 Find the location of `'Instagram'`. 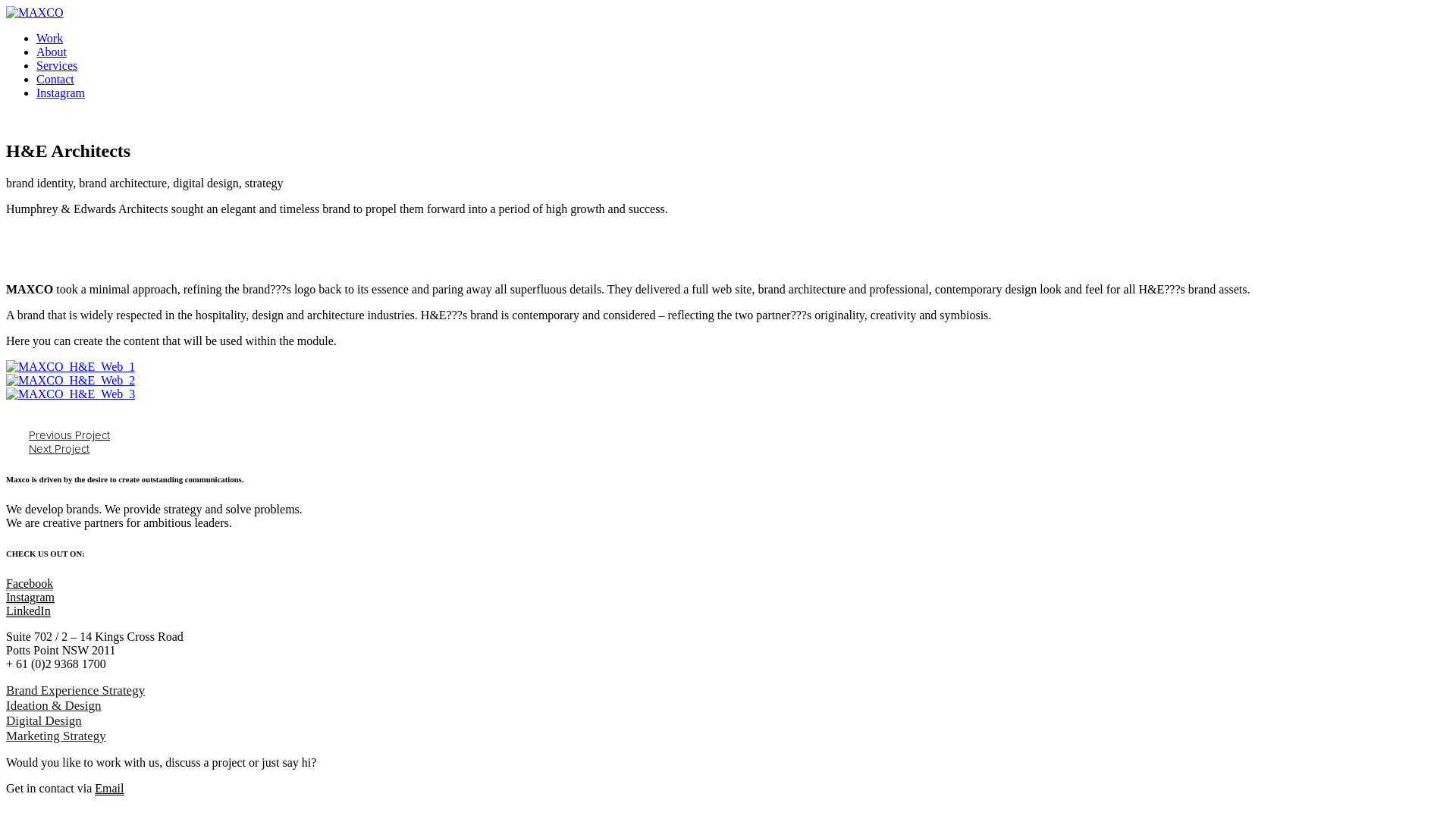

'Instagram' is located at coordinates (6, 596).